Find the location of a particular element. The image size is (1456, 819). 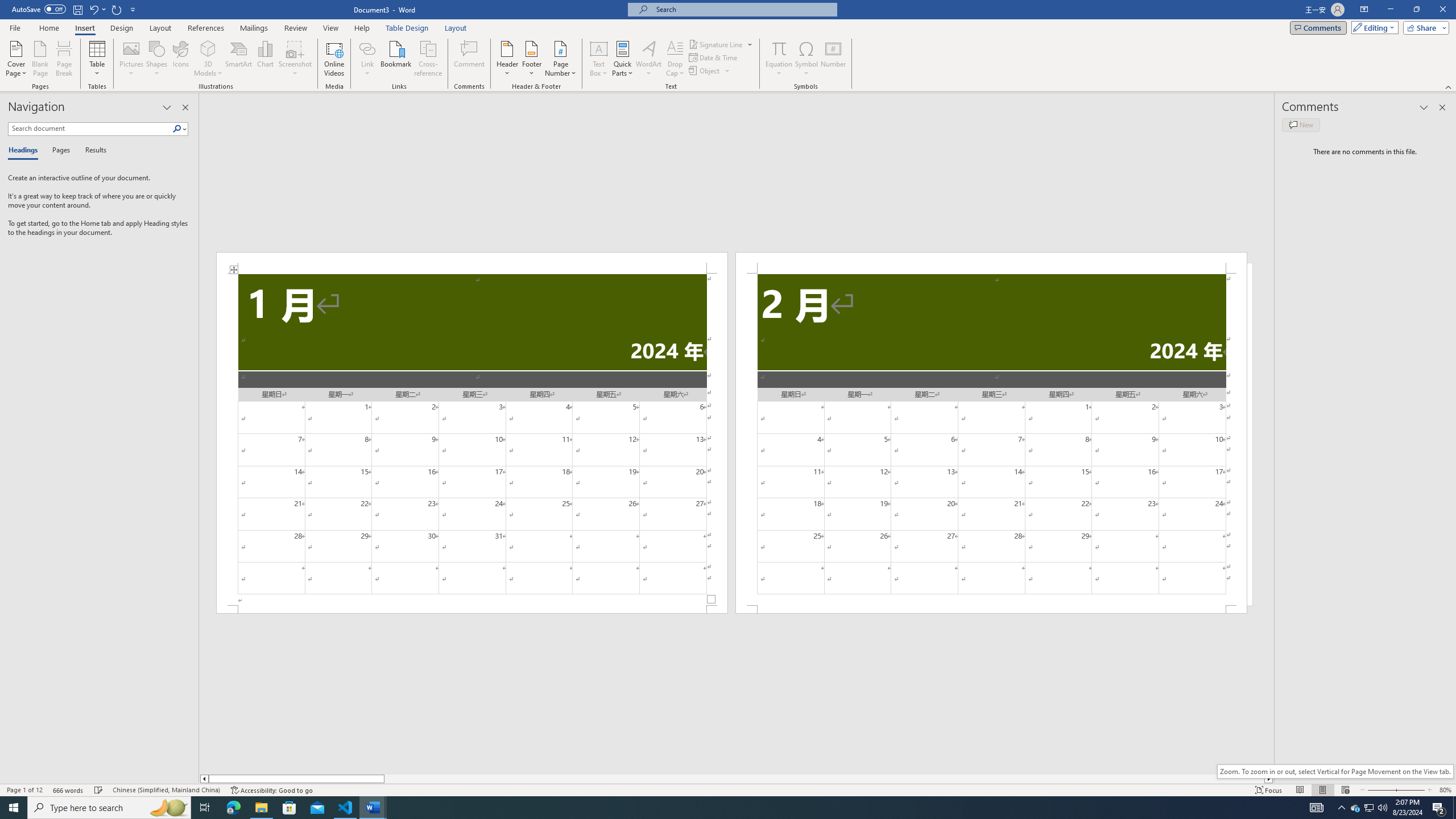

'Number...' is located at coordinates (833, 59).